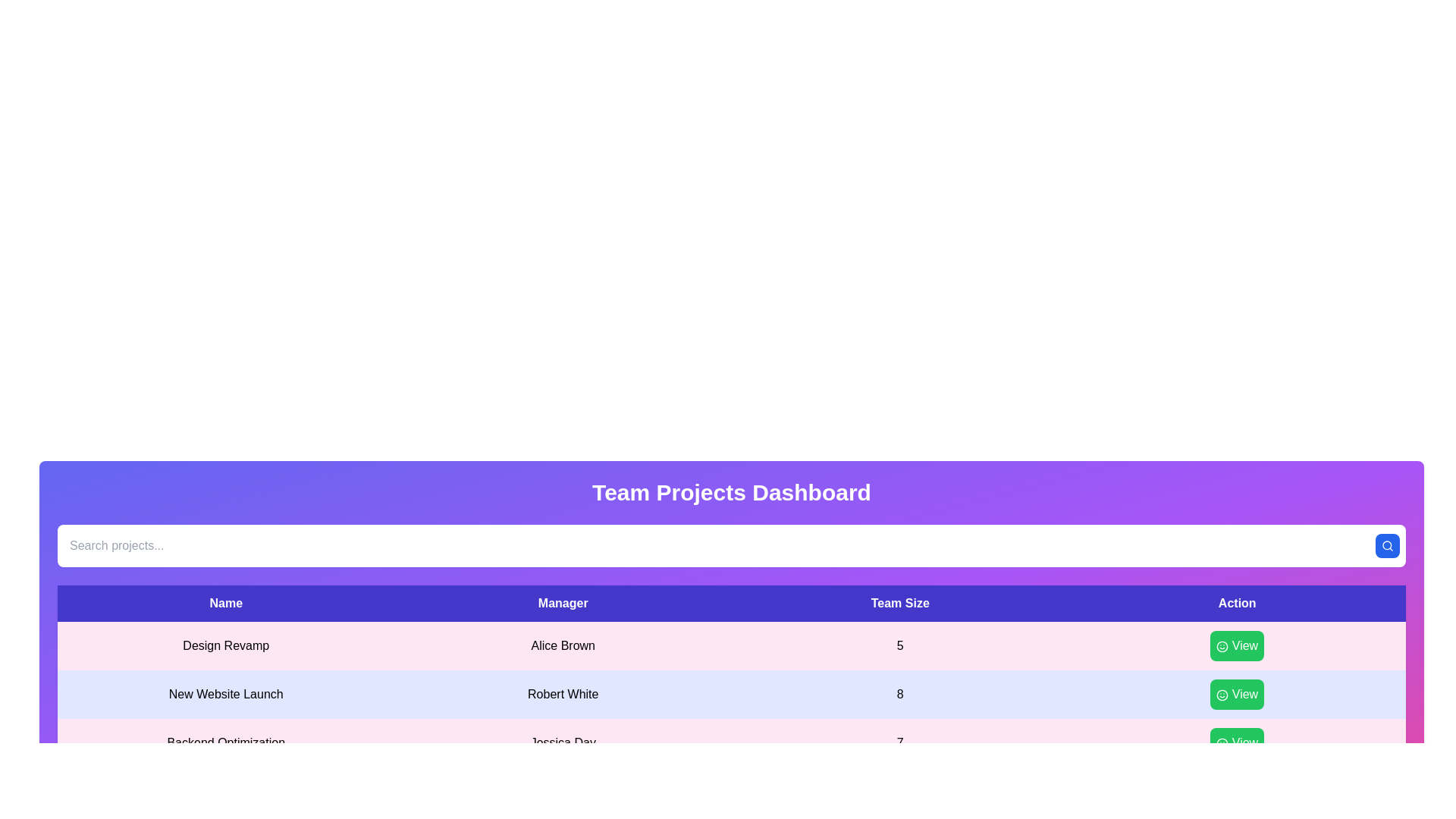 This screenshot has width=1456, height=819. I want to click on the green rectangular button labeled 'View' in the 'Action' column of the table corresponding to the 'Backend Optimization' row, so click(1237, 742).